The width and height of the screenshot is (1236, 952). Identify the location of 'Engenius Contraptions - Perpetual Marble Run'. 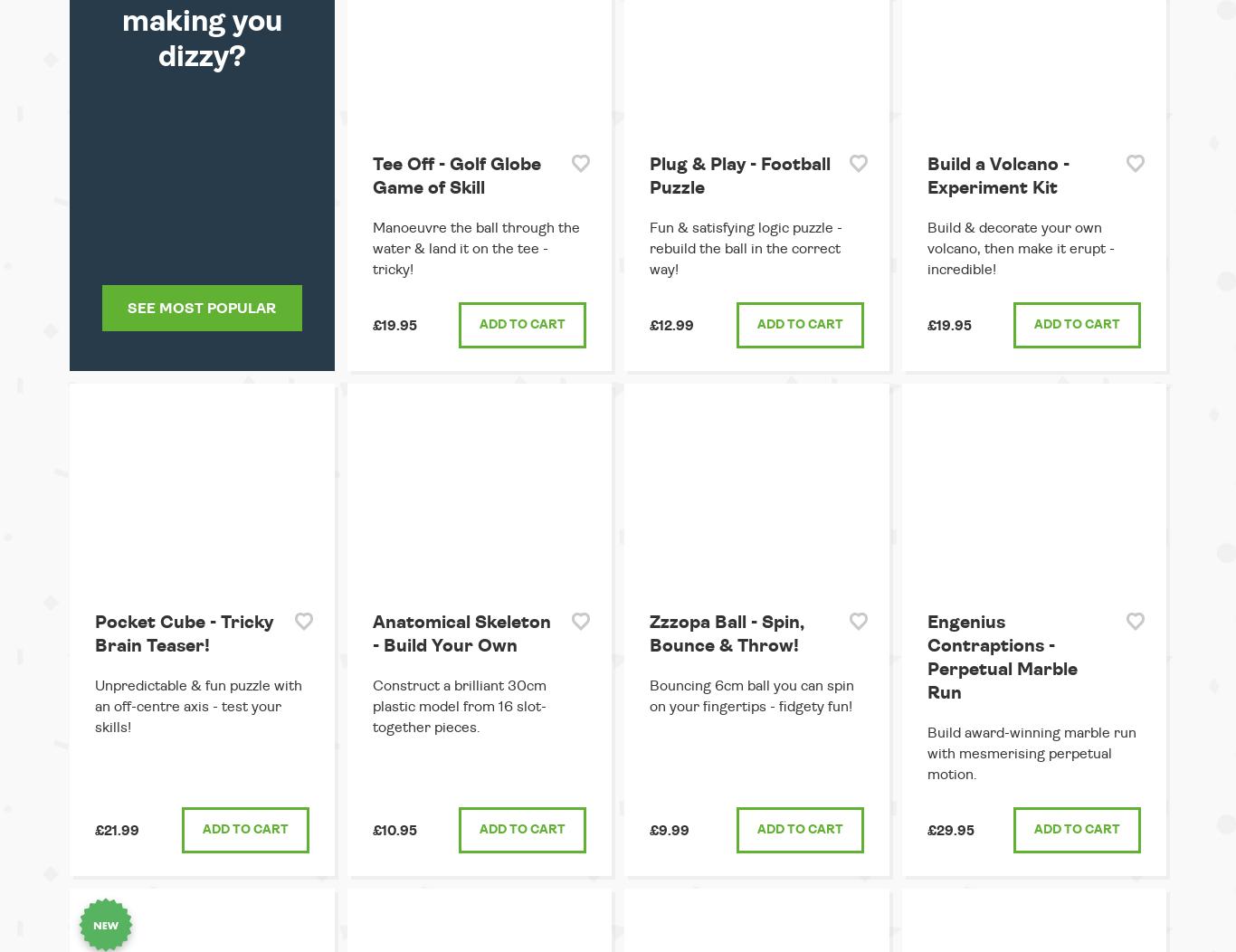
(926, 658).